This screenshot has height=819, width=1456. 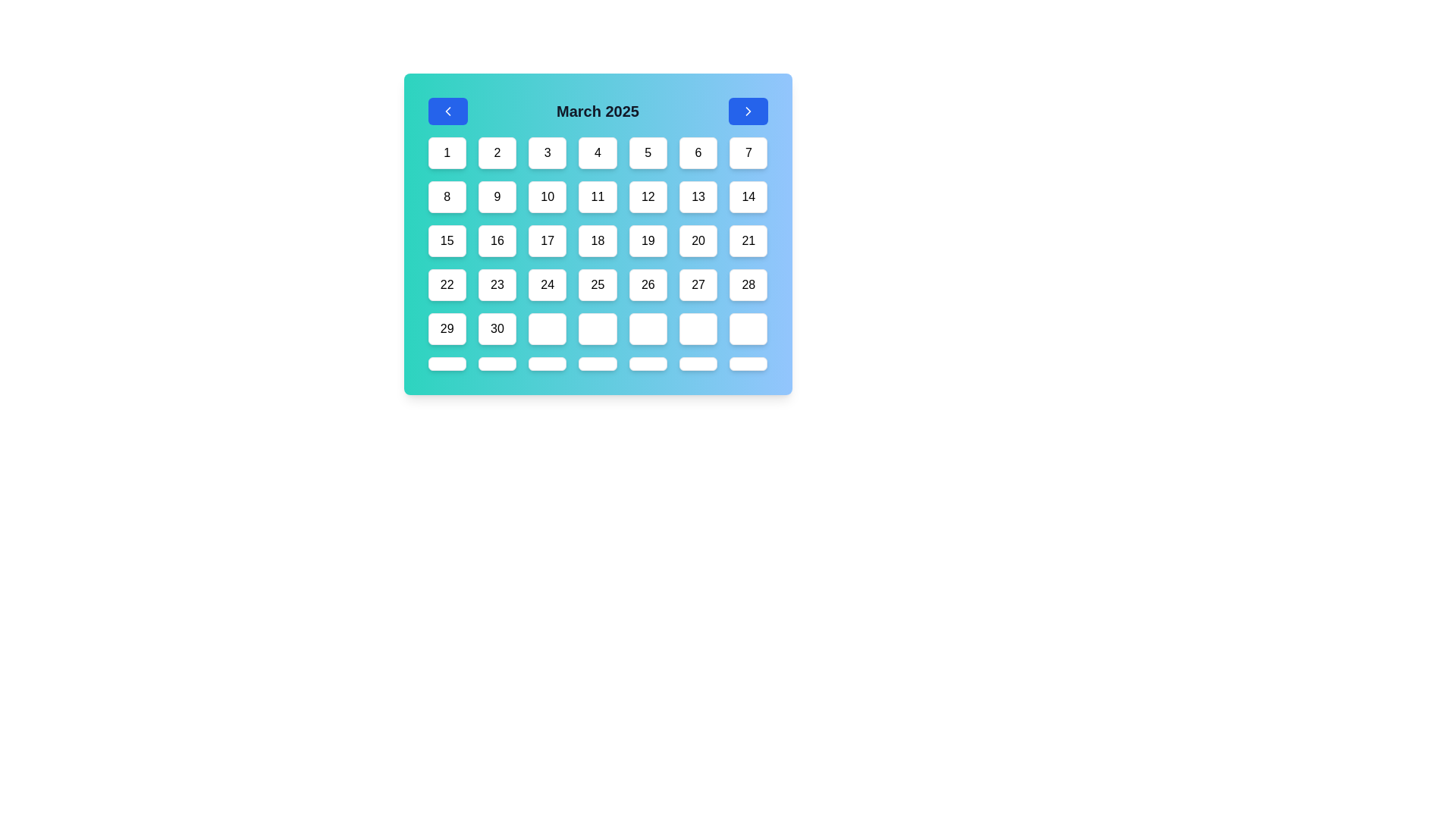 What do you see at coordinates (698, 284) in the screenshot?
I see `the small rectangular white button displaying the date '27', which is located in the fourth row and seventh column of the calendar grid` at bounding box center [698, 284].